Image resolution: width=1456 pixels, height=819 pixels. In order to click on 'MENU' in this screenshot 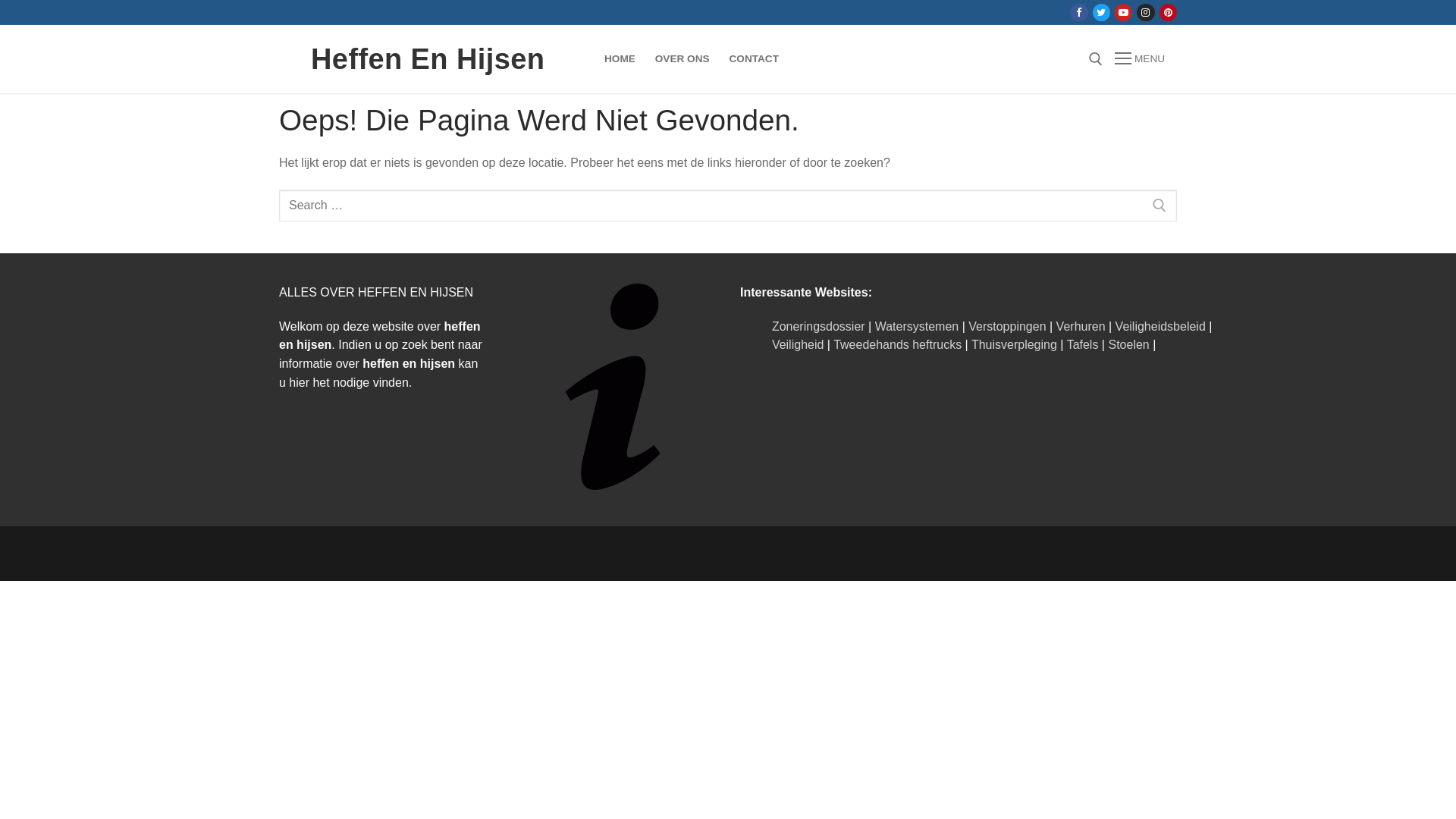, I will do `click(1139, 58)`.